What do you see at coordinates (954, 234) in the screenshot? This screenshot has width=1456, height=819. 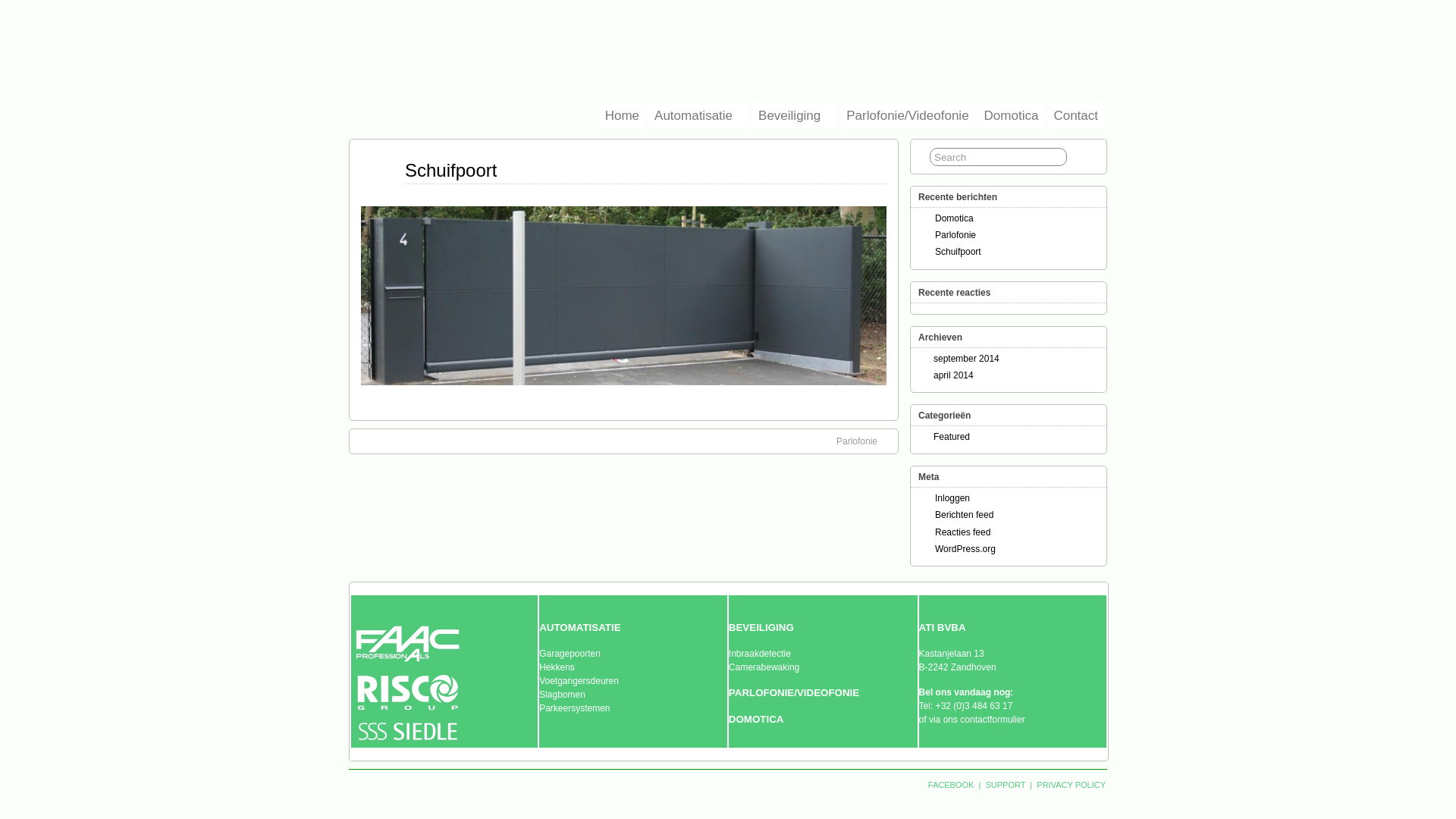 I see `'Parlofonie'` at bounding box center [954, 234].